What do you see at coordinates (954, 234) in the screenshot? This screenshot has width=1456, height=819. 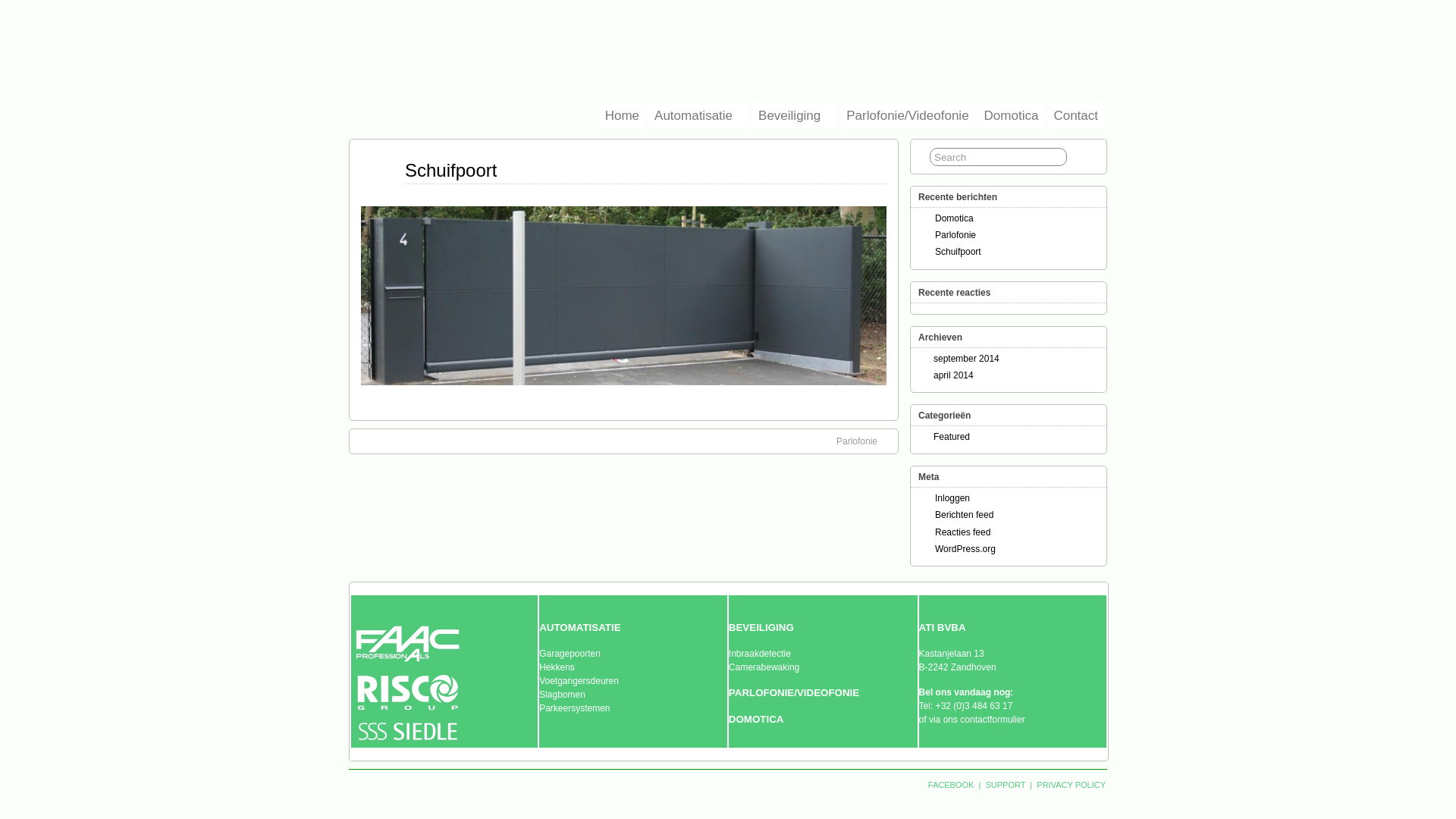 I see `'Parlofonie'` at bounding box center [954, 234].